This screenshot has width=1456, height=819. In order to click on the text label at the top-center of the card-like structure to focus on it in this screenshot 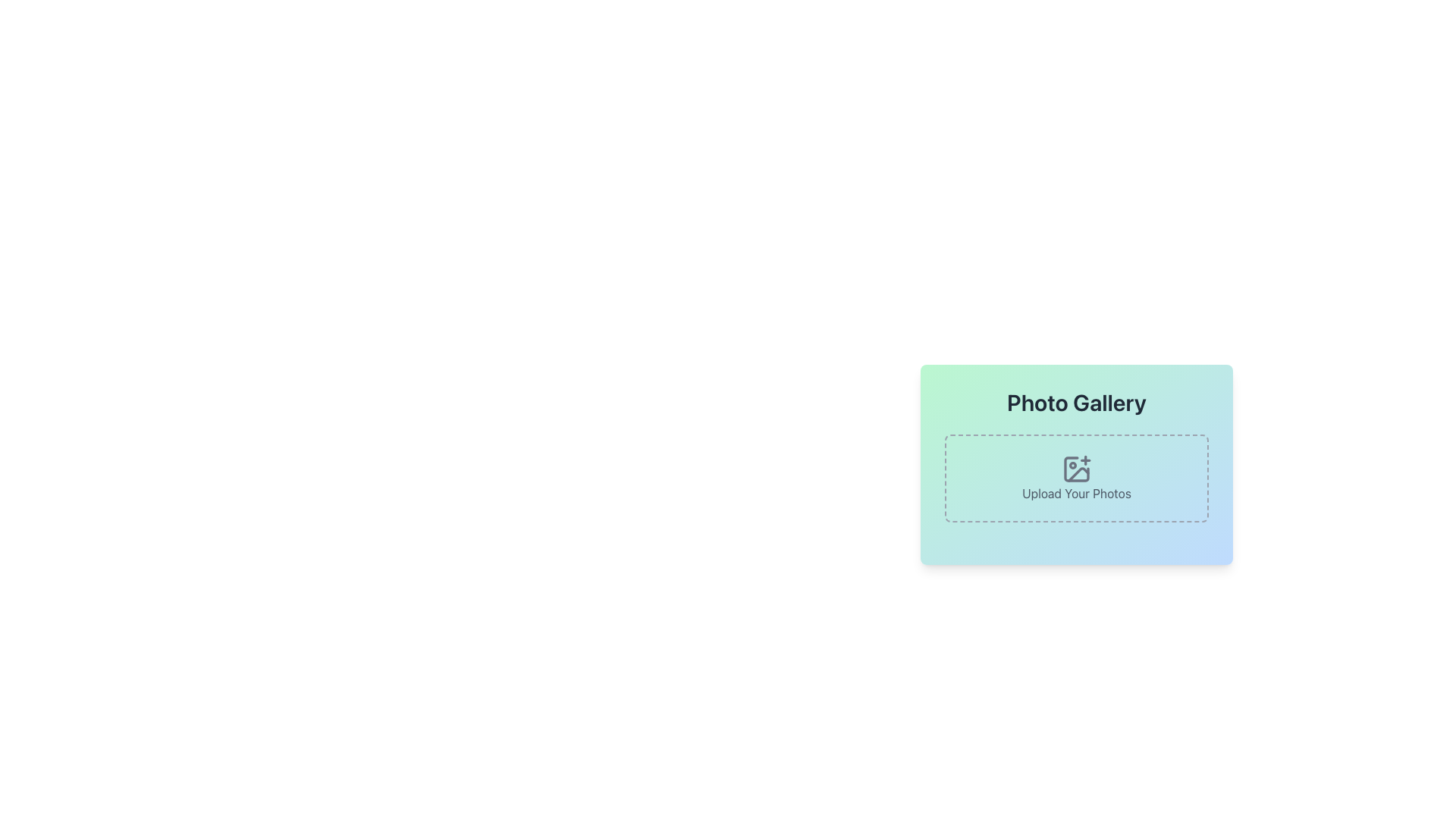, I will do `click(1076, 402)`.